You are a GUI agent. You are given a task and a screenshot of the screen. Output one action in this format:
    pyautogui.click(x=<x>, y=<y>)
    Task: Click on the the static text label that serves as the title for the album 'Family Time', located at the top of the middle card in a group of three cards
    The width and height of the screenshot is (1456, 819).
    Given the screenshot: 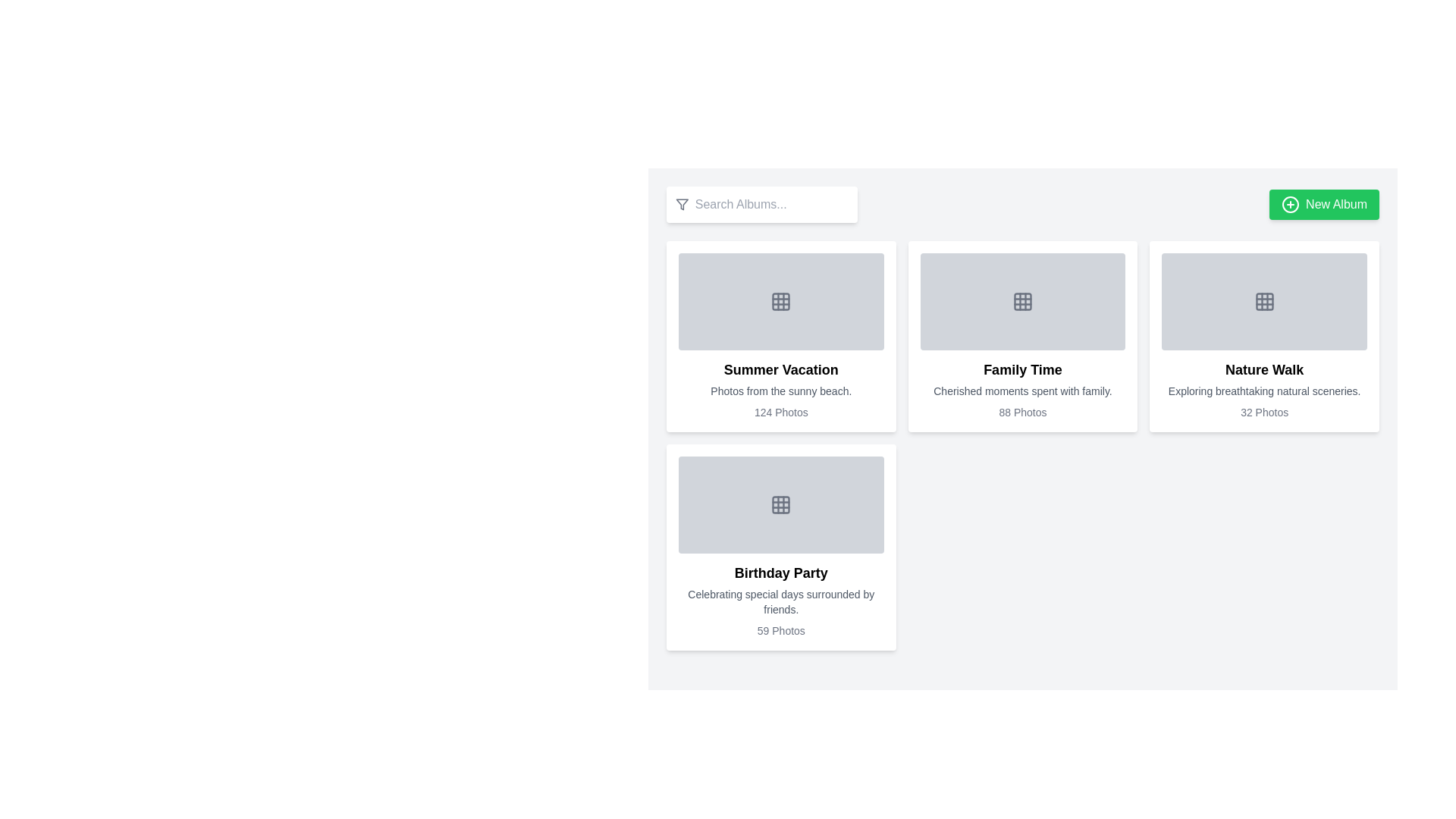 What is the action you would take?
    pyautogui.click(x=1022, y=370)
    